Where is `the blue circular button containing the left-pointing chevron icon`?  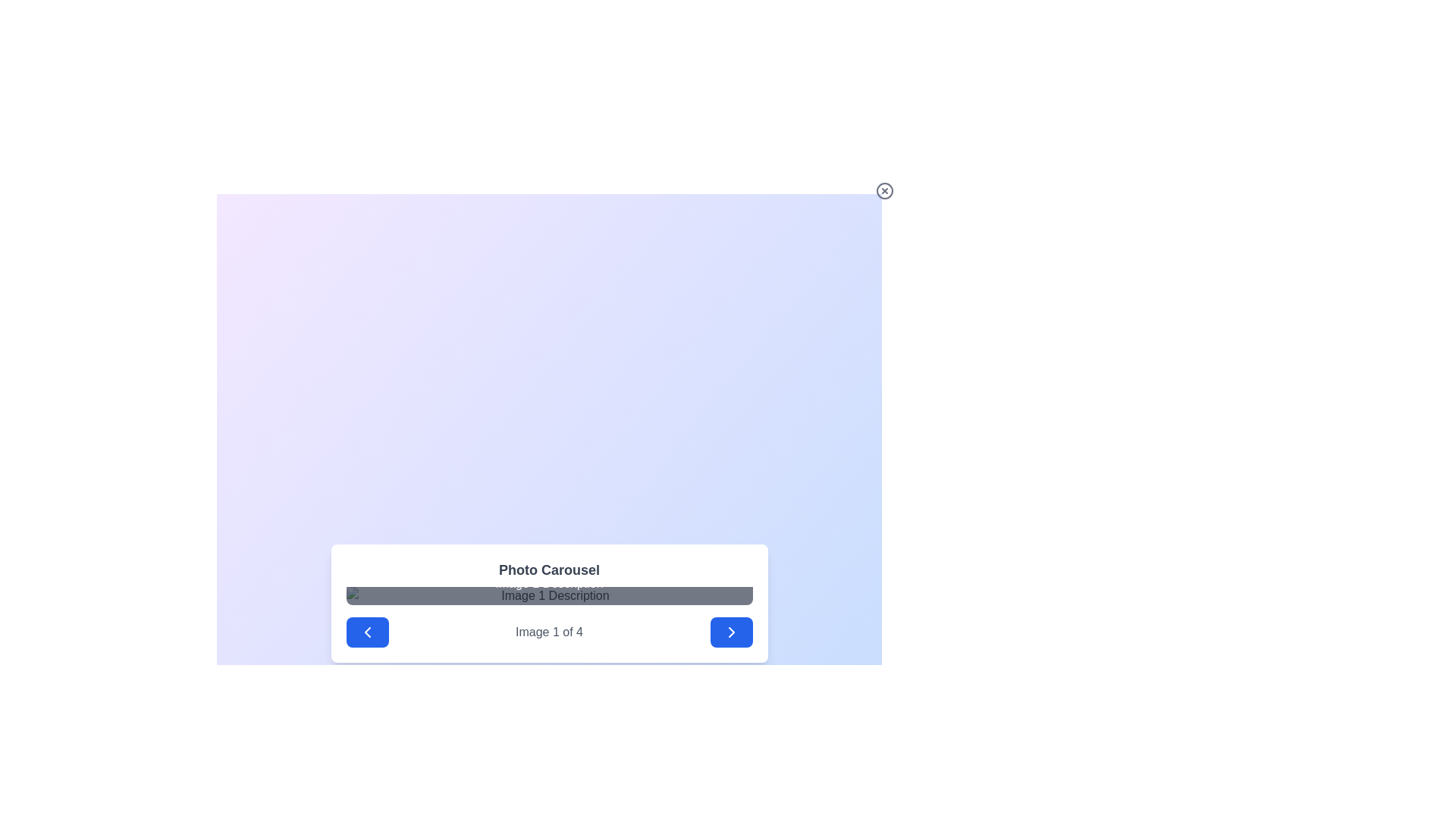
the blue circular button containing the left-pointing chevron icon is located at coordinates (367, 632).